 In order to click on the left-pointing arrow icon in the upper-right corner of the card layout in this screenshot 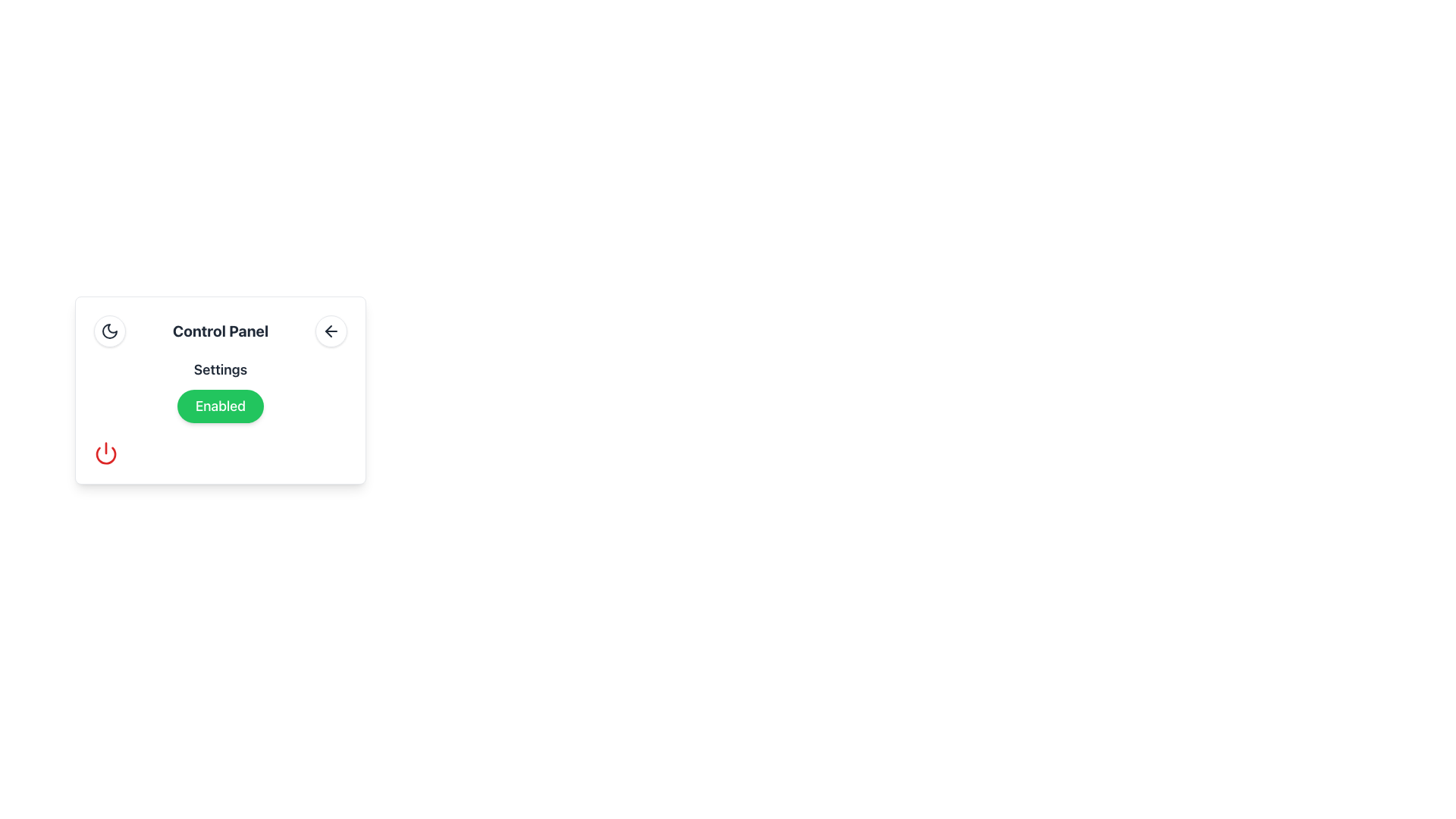, I will do `click(330, 330)`.